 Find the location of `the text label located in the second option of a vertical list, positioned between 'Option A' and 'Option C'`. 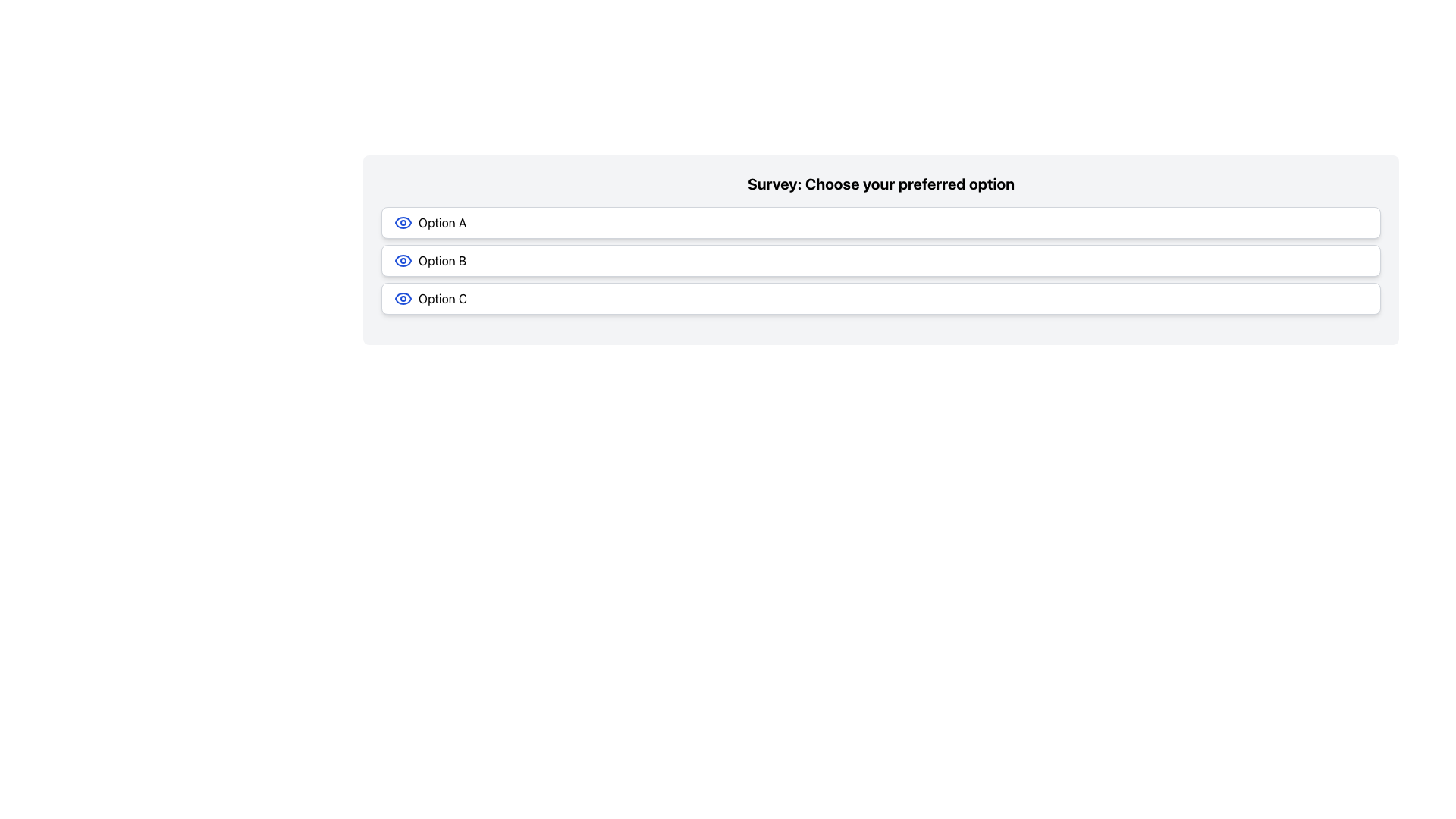

the text label located in the second option of a vertical list, positioned between 'Option A' and 'Option C' is located at coordinates (441, 259).